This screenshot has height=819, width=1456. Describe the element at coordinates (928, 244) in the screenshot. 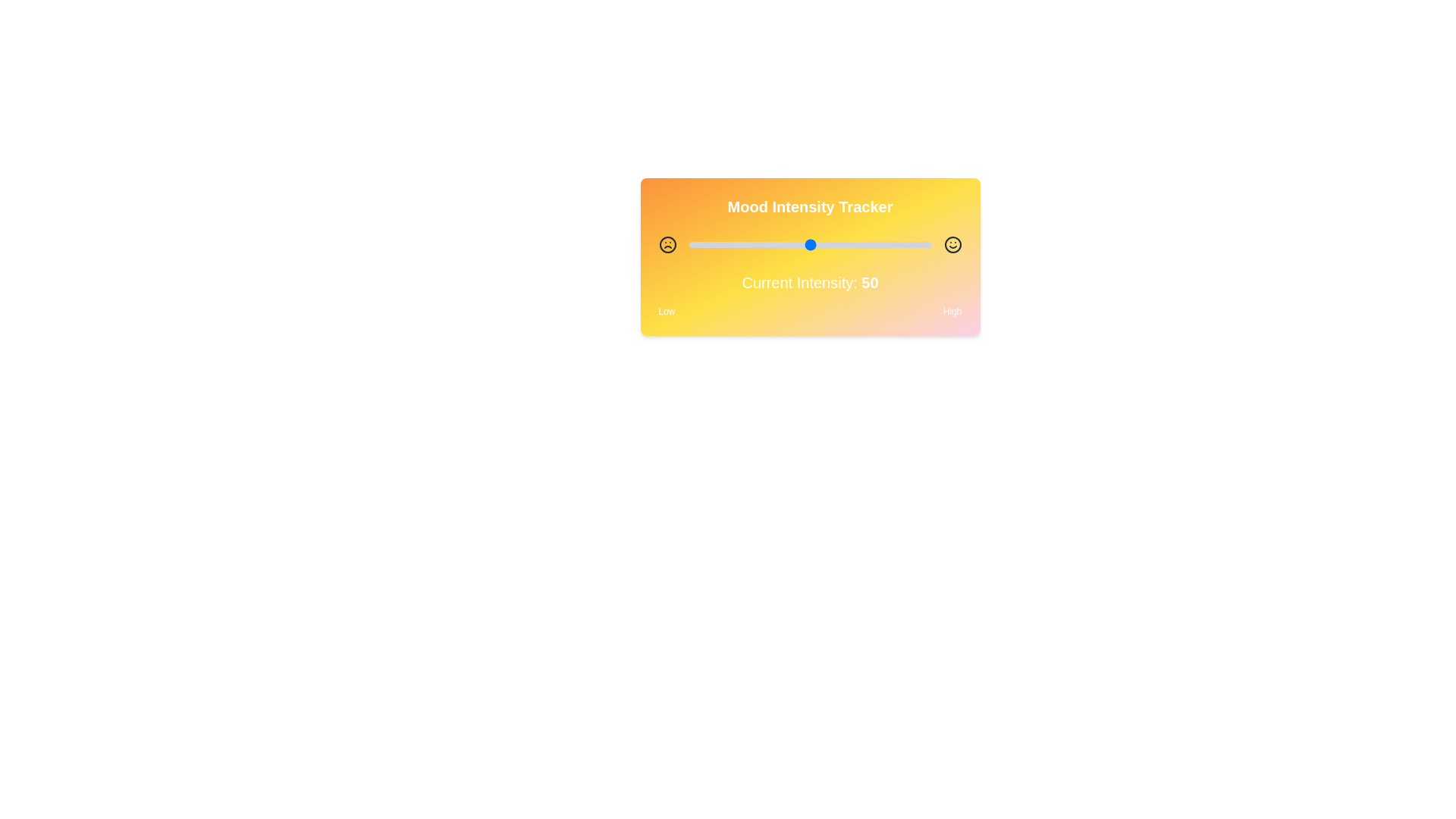

I see `the slider to set the intensity to 99` at that location.